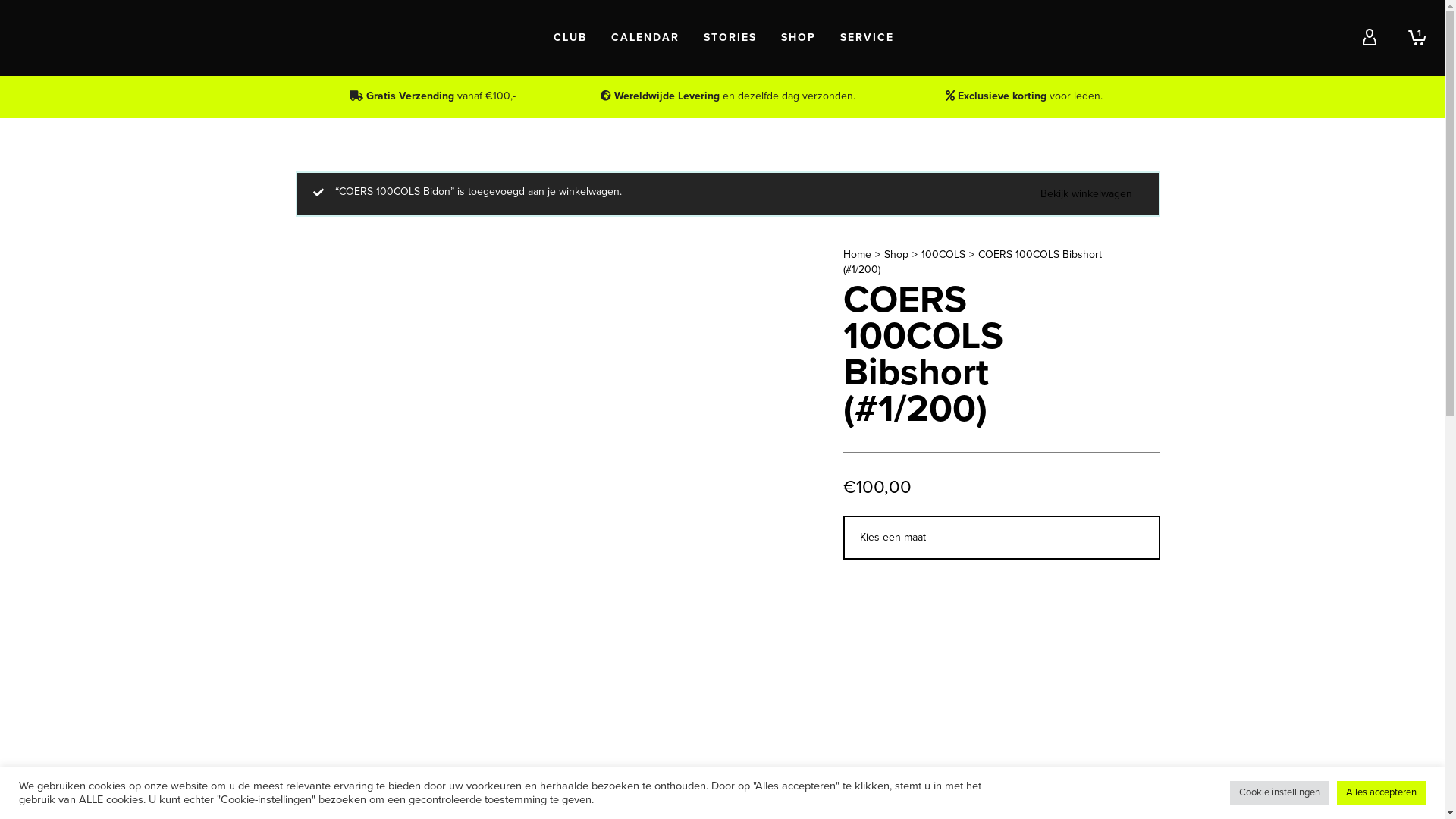 The image size is (1456, 819). What do you see at coordinates (867, 37) in the screenshot?
I see `'SERVICE'` at bounding box center [867, 37].